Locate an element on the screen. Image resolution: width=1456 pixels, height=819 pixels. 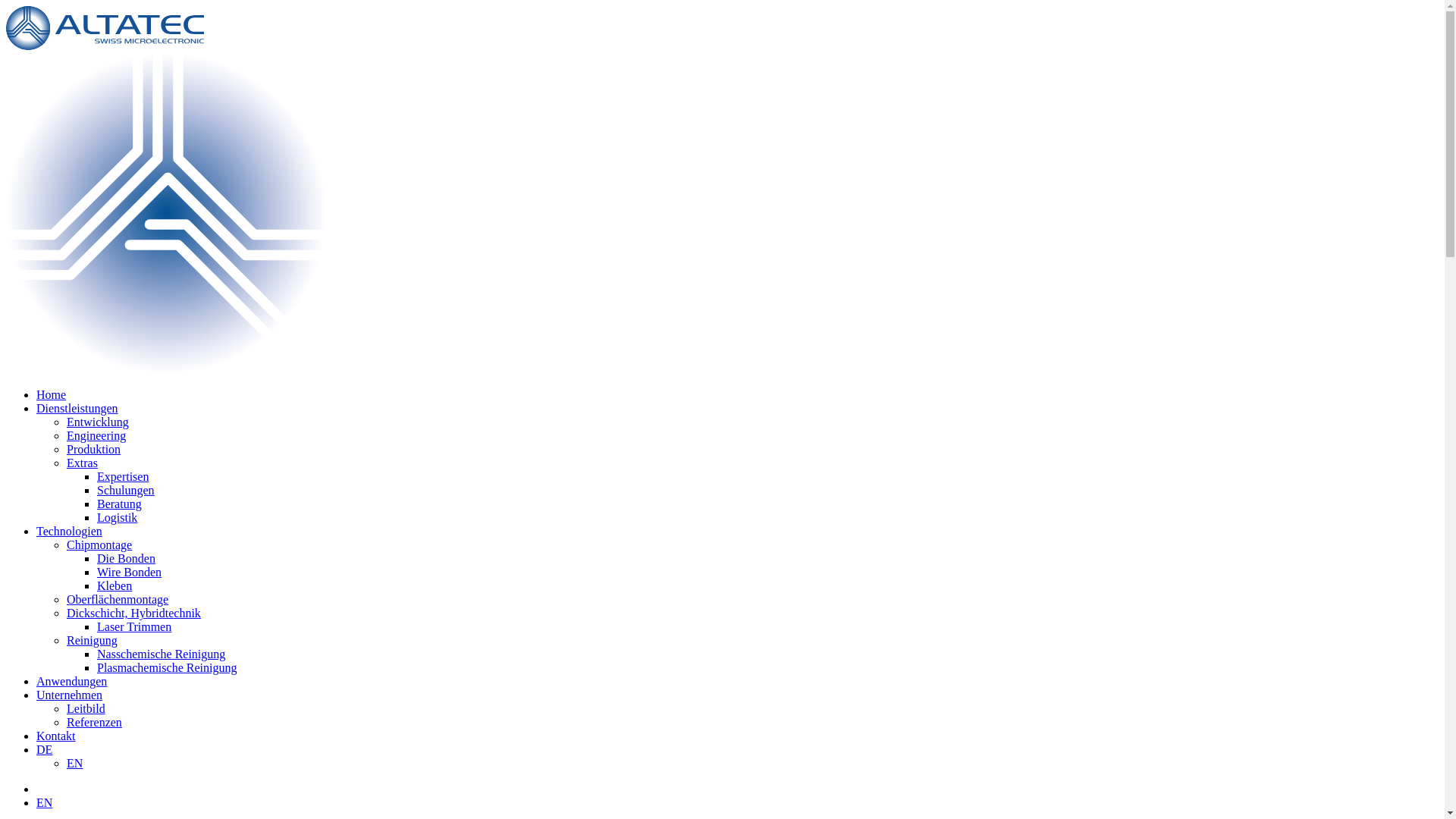
'Kontakt' is located at coordinates (55, 735).